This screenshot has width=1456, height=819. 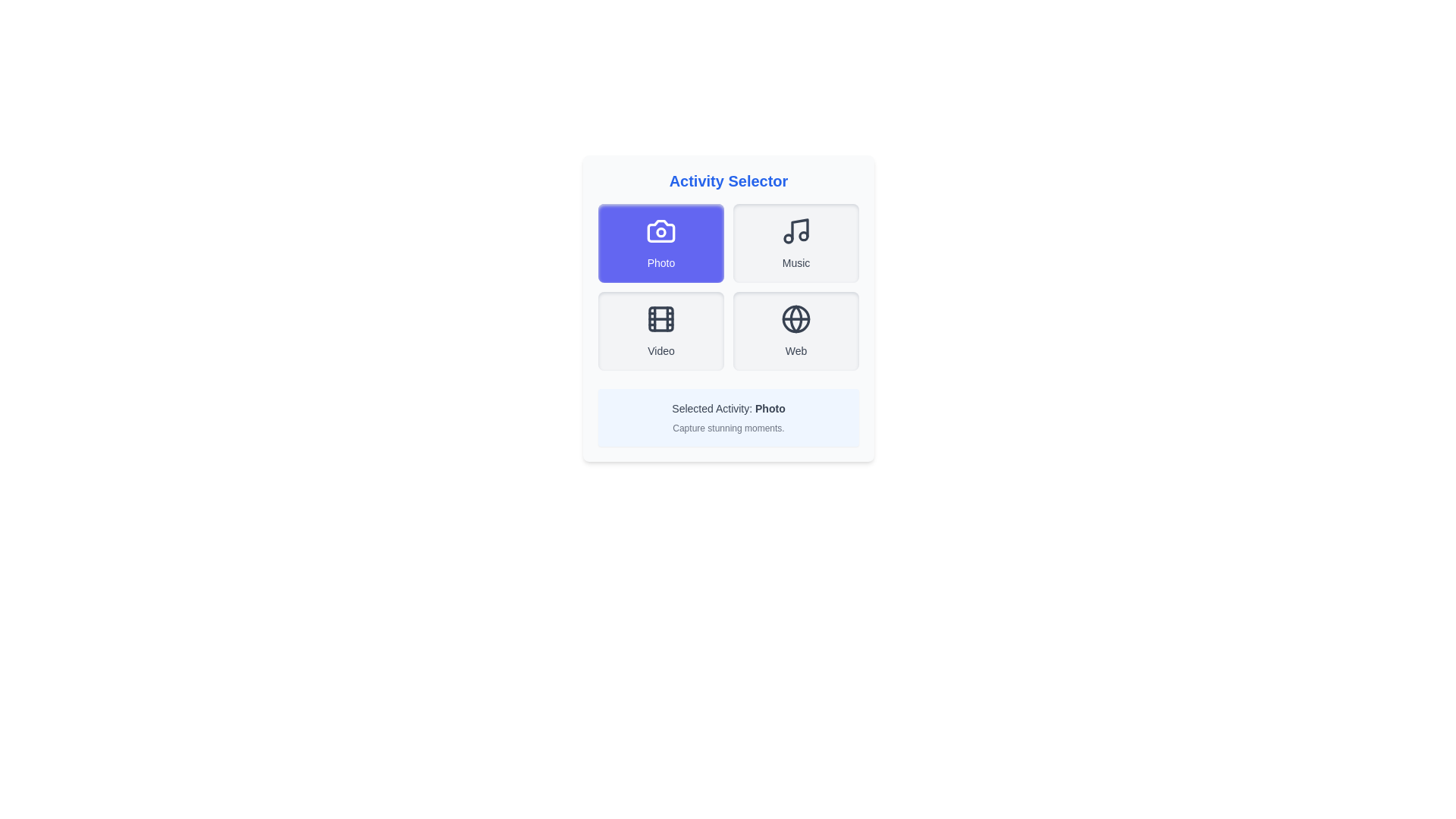 What do you see at coordinates (803, 236) in the screenshot?
I see `the SVG Circle that represents a music note in the 'Music' activity button` at bounding box center [803, 236].